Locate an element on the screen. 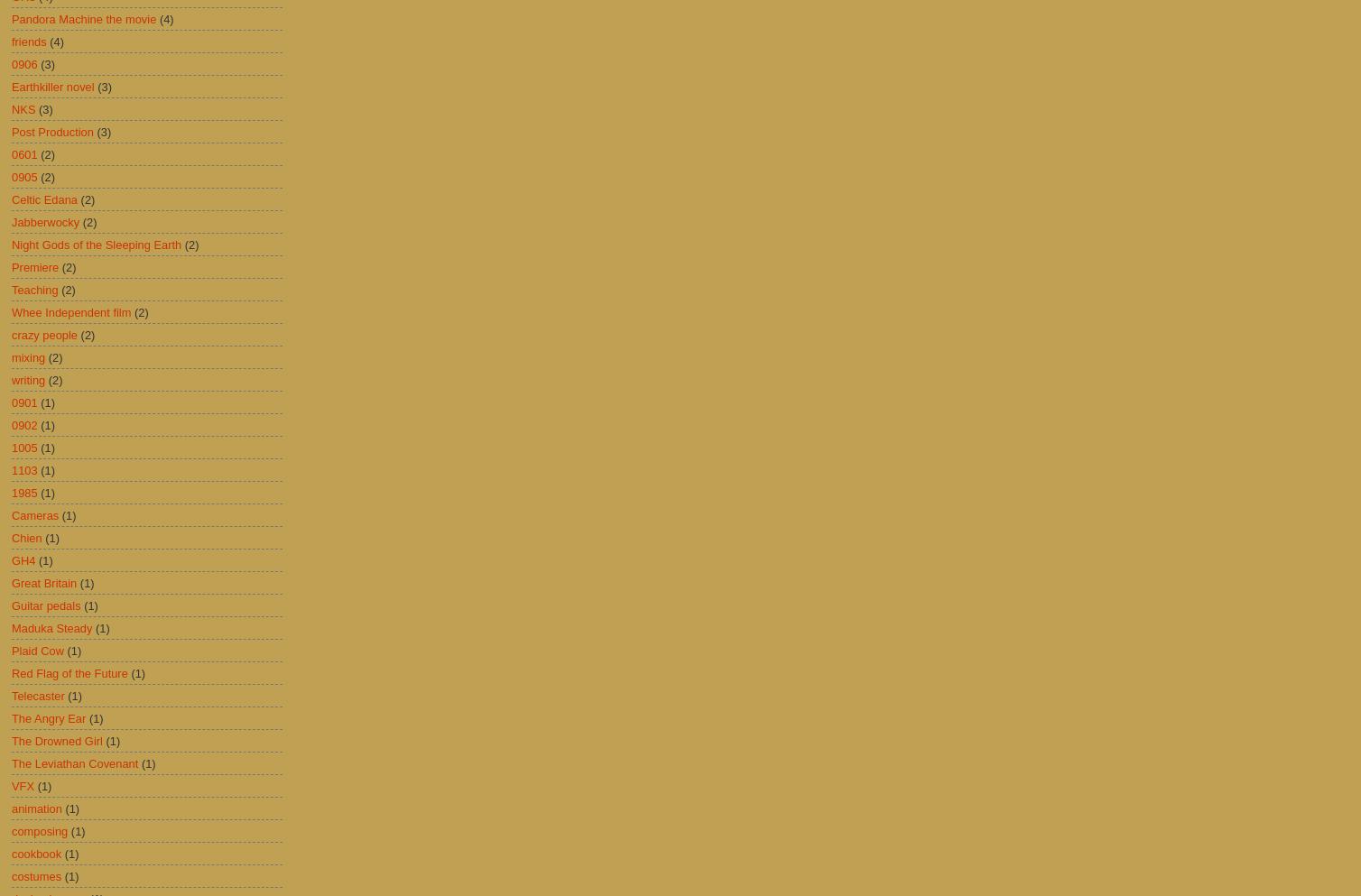  'Great Britain' is located at coordinates (11, 581).